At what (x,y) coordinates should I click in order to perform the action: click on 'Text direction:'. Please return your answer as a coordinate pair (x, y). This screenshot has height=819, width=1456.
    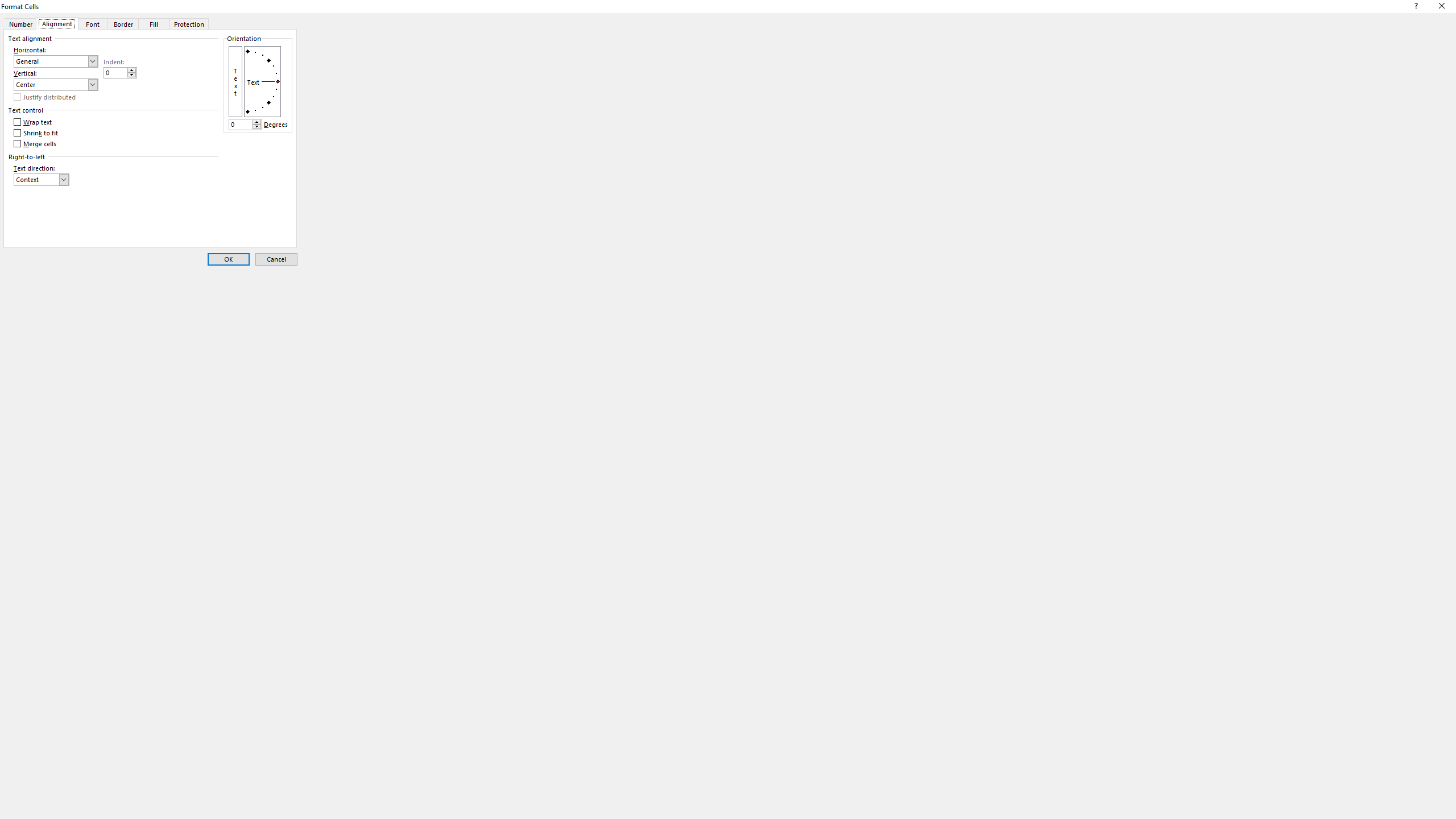
    Looking at the image, I should click on (41, 179).